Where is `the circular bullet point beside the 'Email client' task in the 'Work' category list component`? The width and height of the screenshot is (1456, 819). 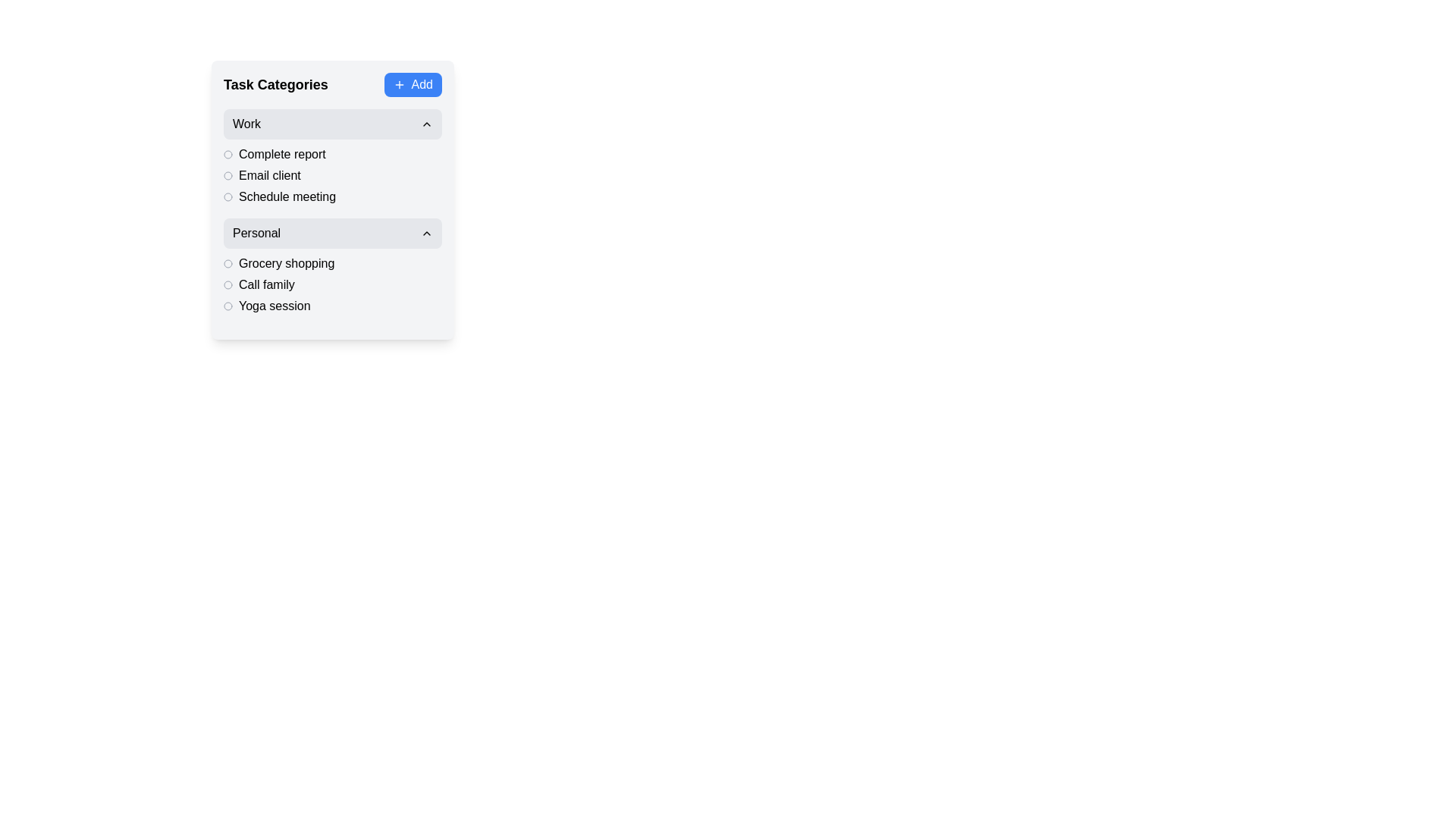 the circular bullet point beside the 'Email client' task in the 'Work' category list component is located at coordinates (331, 174).